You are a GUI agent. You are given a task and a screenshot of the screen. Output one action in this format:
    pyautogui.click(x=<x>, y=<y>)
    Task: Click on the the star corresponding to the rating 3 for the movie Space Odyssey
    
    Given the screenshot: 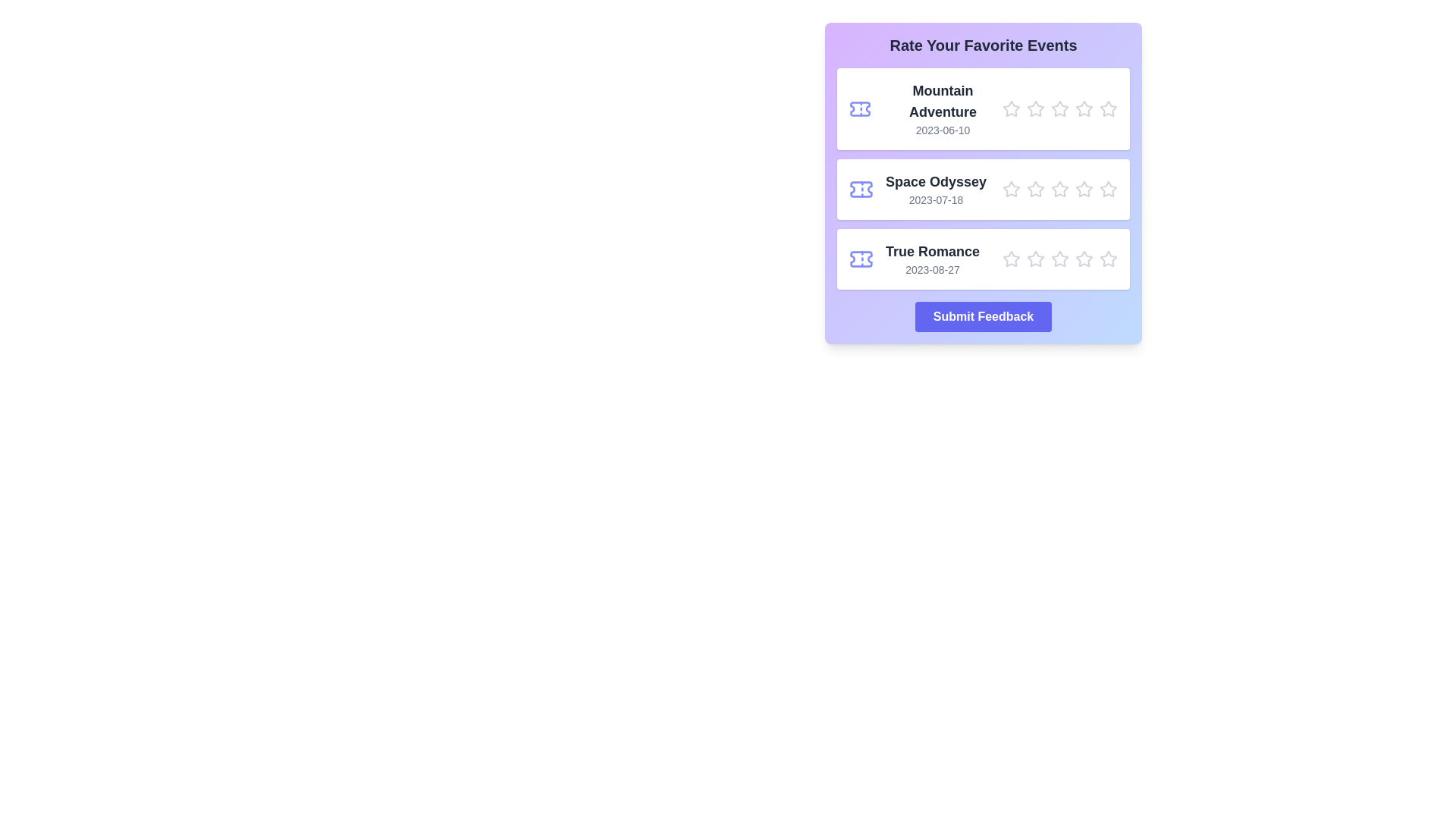 What is the action you would take?
    pyautogui.click(x=1059, y=189)
    